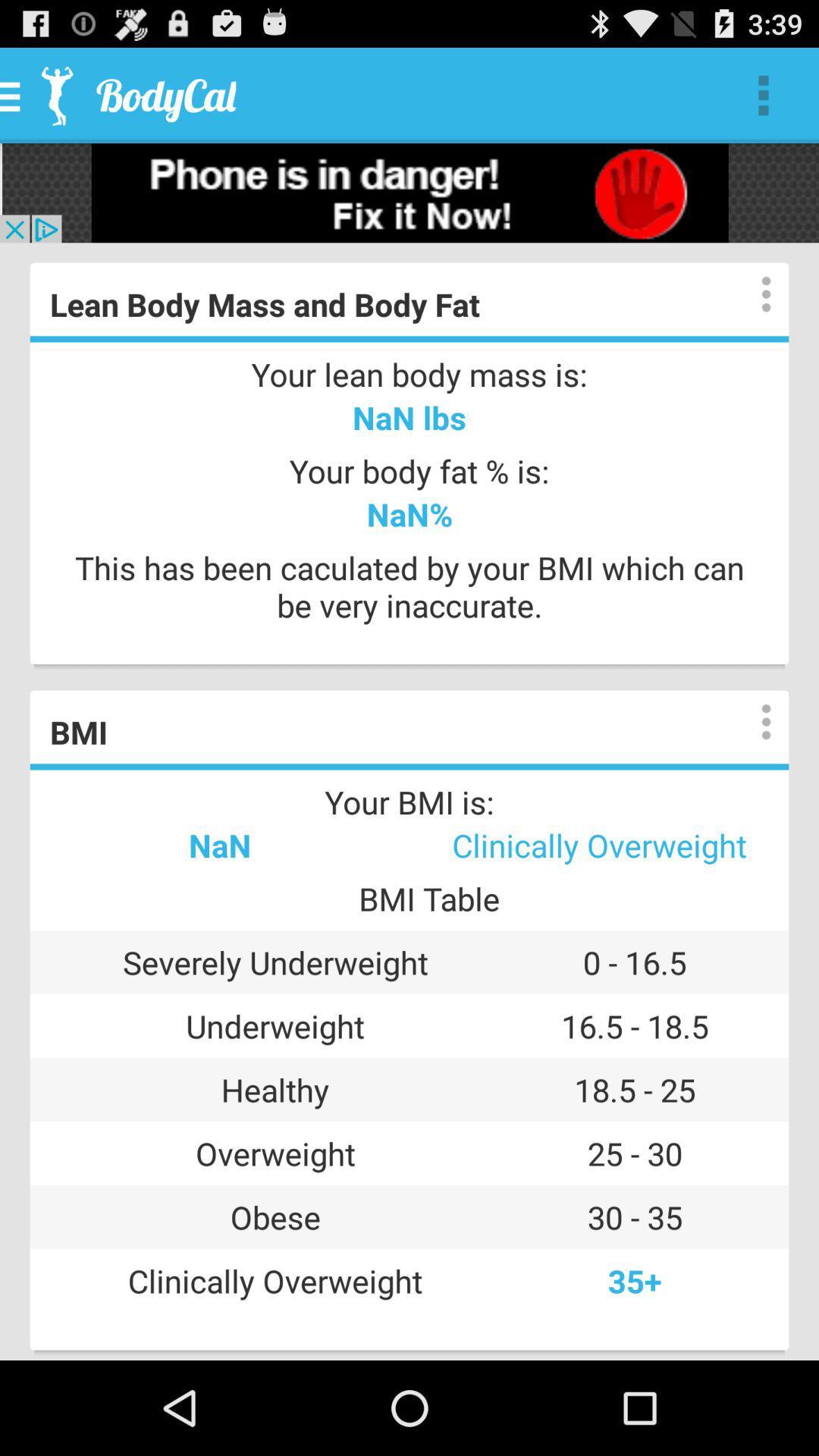 The width and height of the screenshot is (819, 1456). Describe the element at coordinates (751, 721) in the screenshot. I see `options` at that location.